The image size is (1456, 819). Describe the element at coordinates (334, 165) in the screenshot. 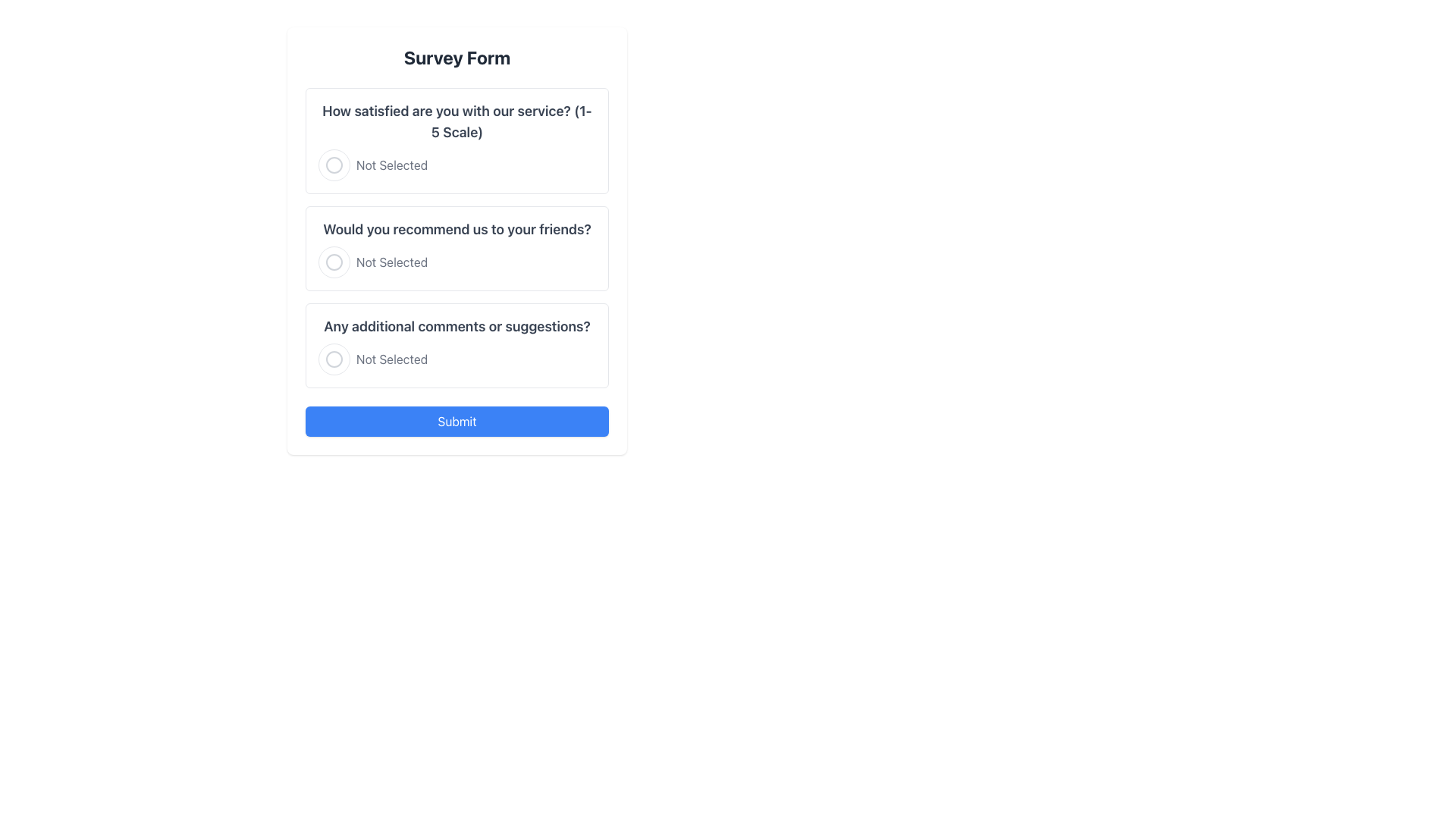

I see `the selection indicator of the first radio button for the question 'How satisfied are you with our service? (1-5 Scale)'` at that location.